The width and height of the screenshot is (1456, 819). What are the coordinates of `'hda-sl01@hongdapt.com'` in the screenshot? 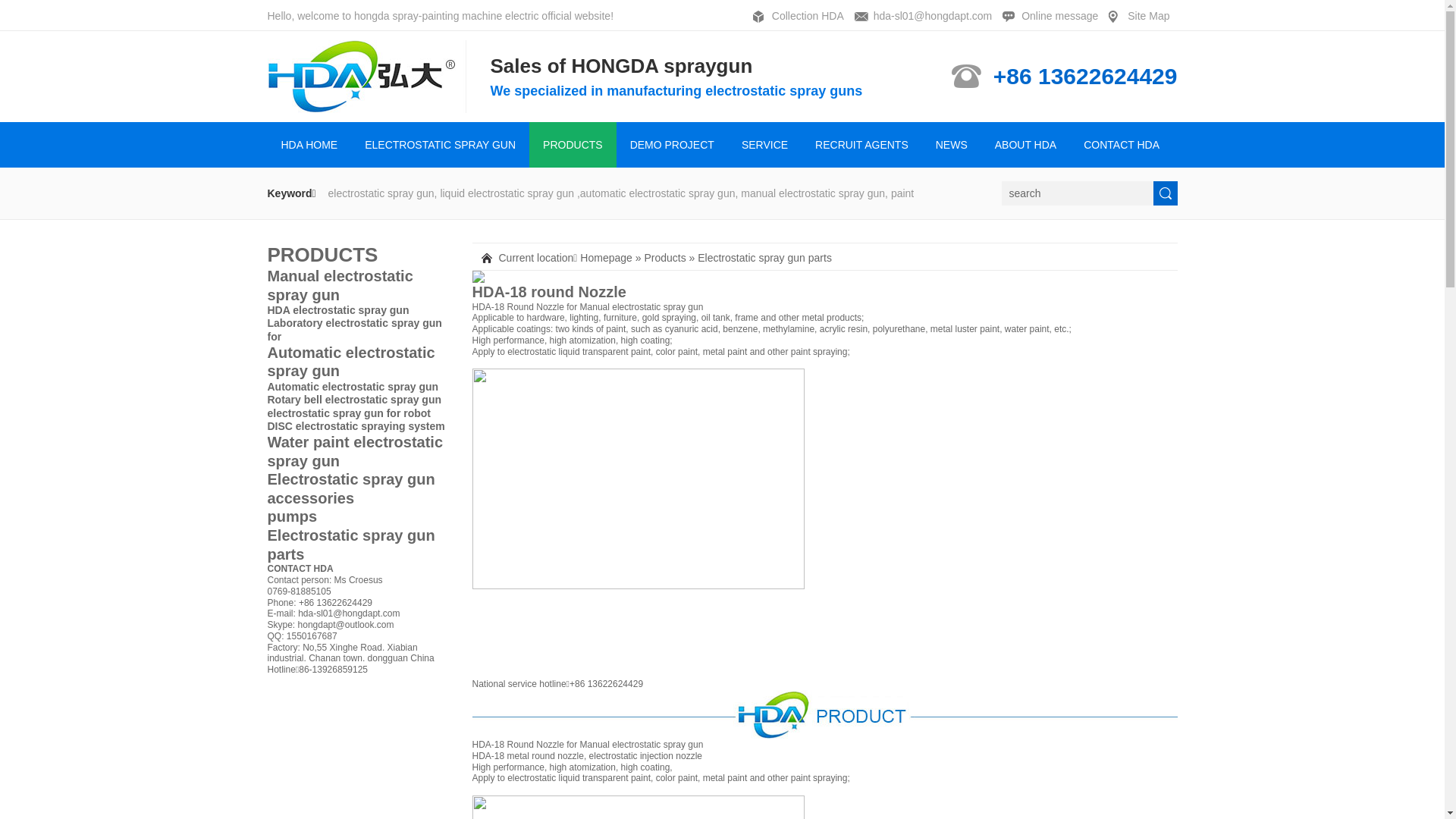 It's located at (927, 16).